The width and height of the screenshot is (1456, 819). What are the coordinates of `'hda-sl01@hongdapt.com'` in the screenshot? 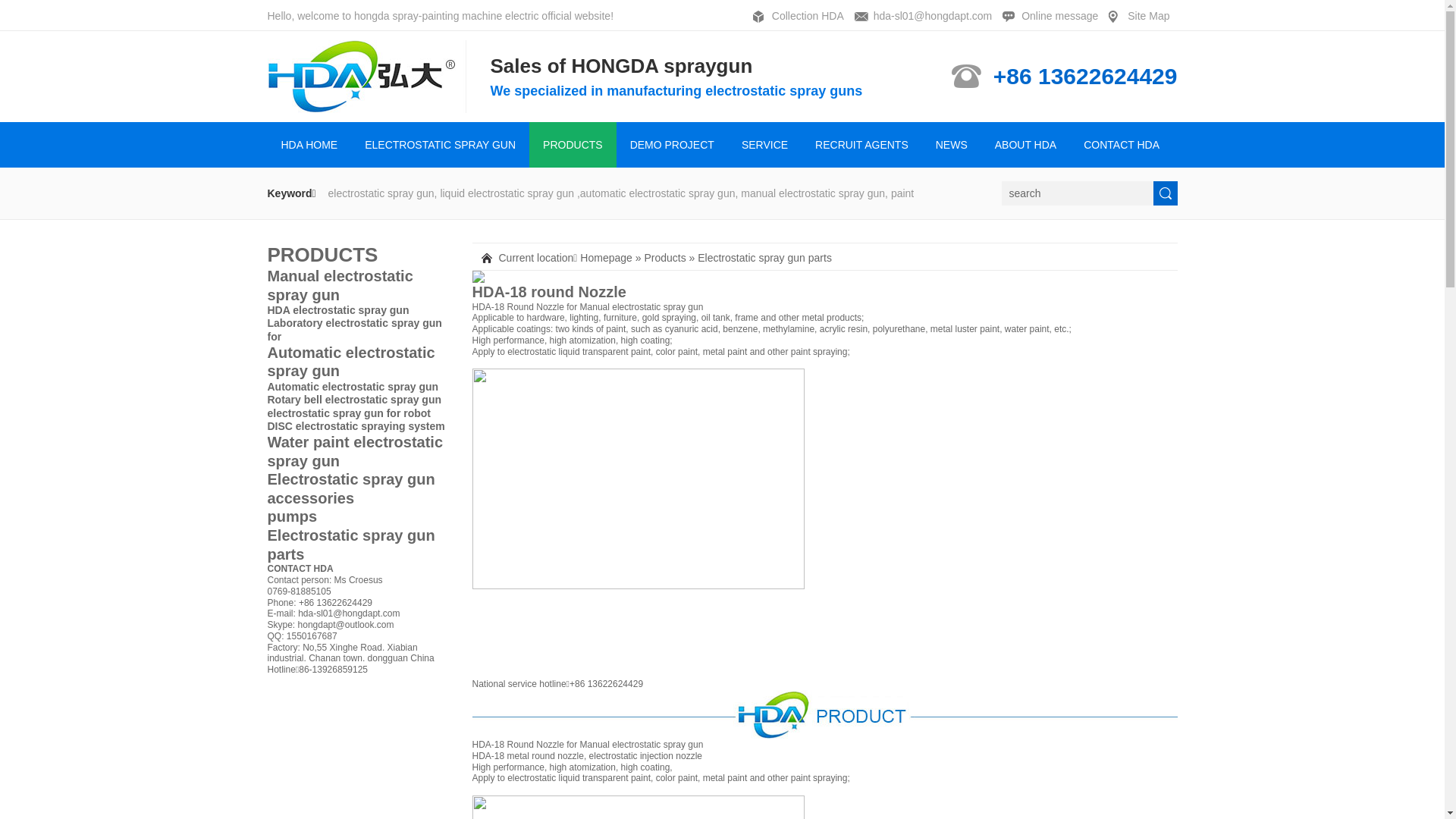 It's located at (927, 16).